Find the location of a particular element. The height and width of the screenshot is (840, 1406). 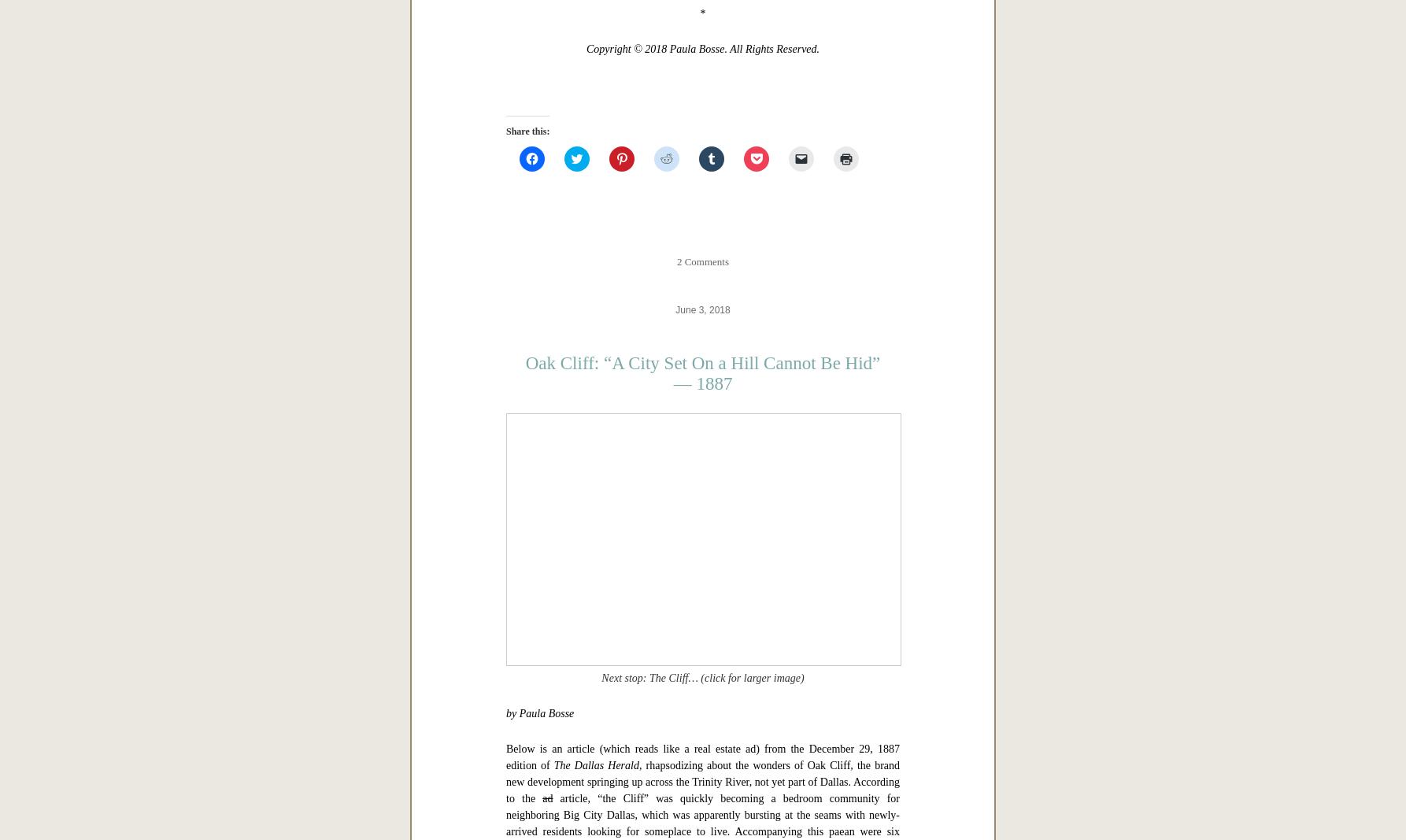

'(the Dallas issue begins on page 195 of the PDF). Thank you, UIUC!' is located at coordinates (677, 249).